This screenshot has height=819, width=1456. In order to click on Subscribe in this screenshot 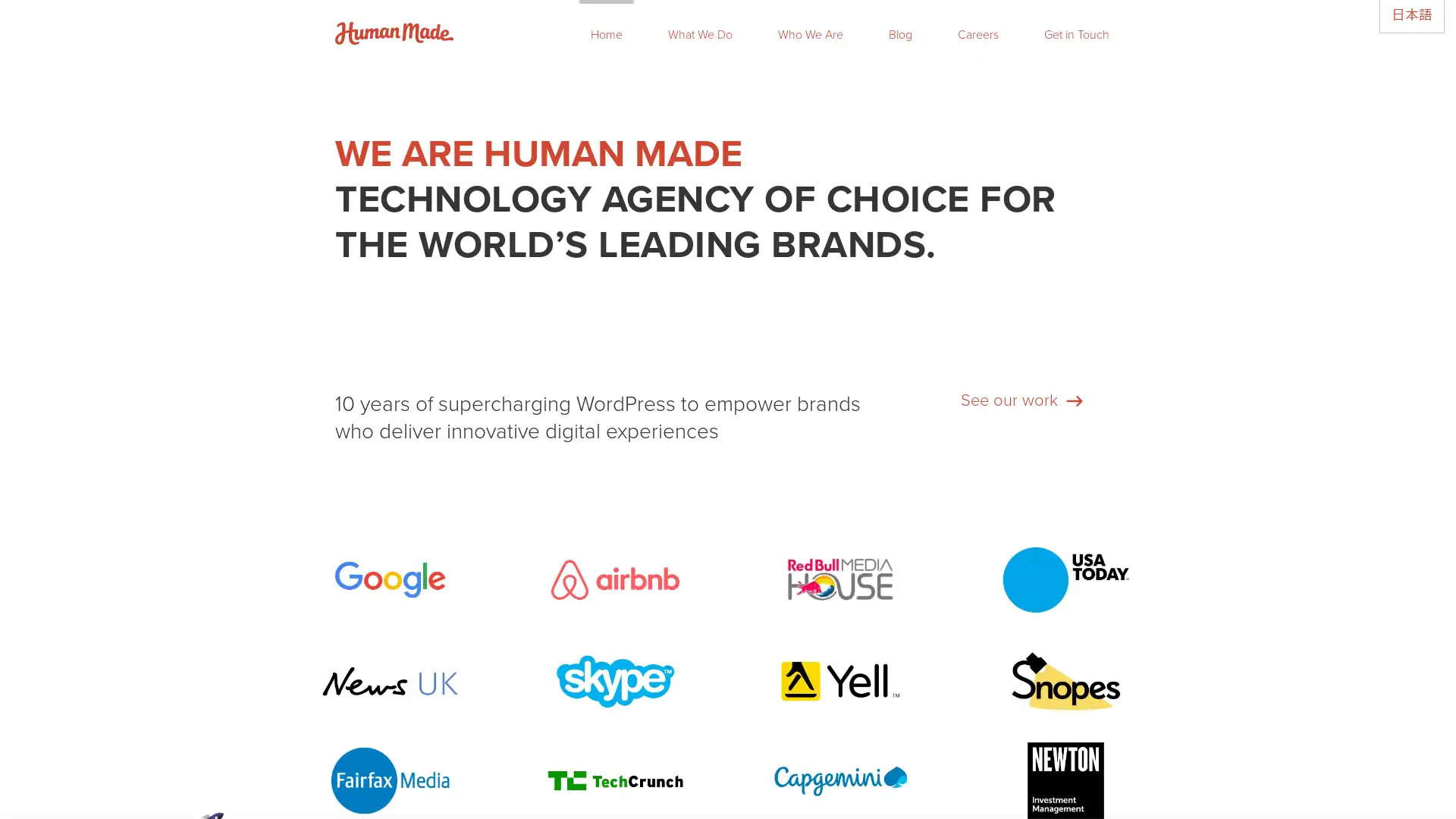, I will do `click(945, 772)`.